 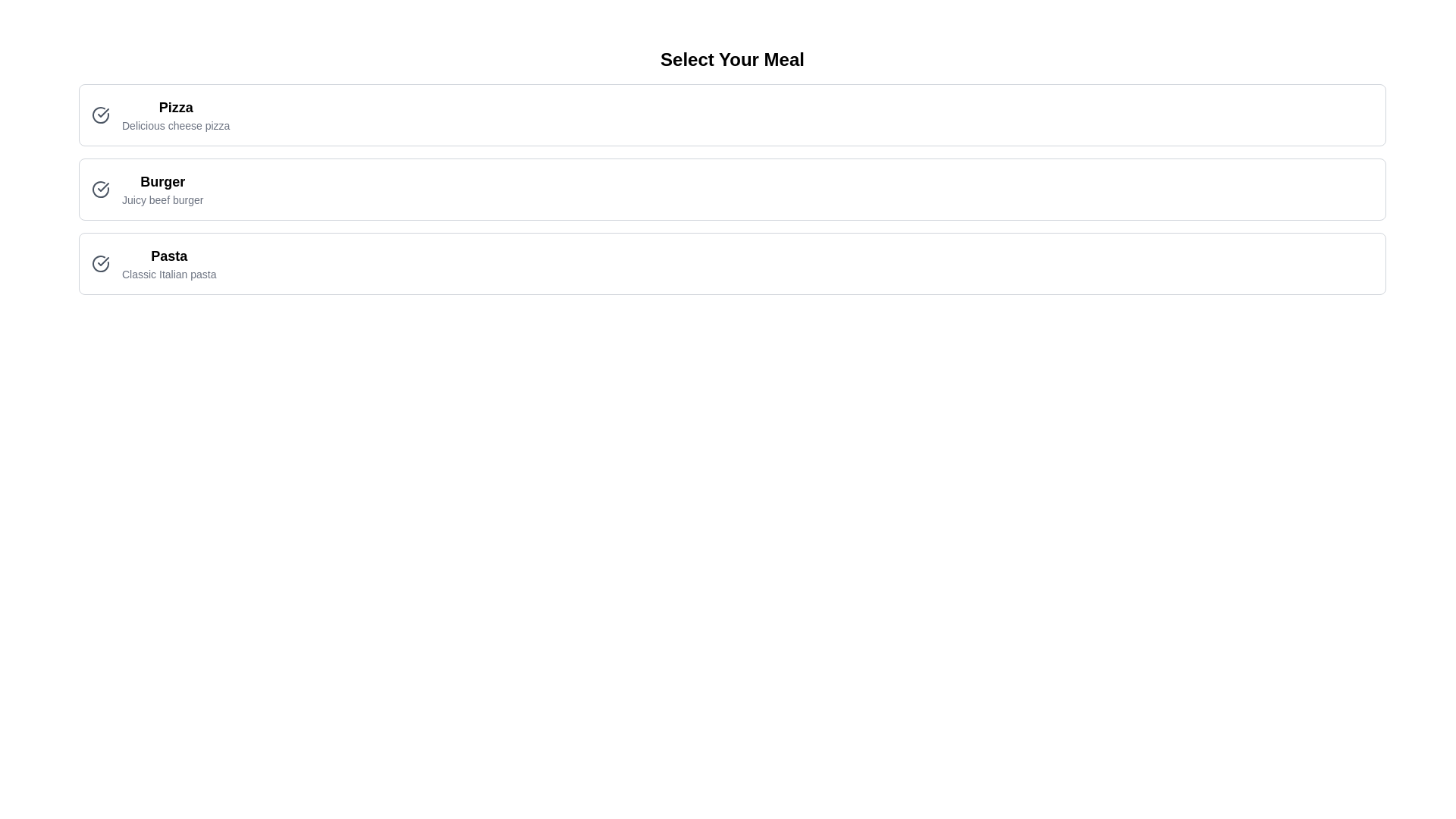 What do you see at coordinates (100, 262) in the screenshot?
I see `the 'Pasta' icon` at bounding box center [100, 262].